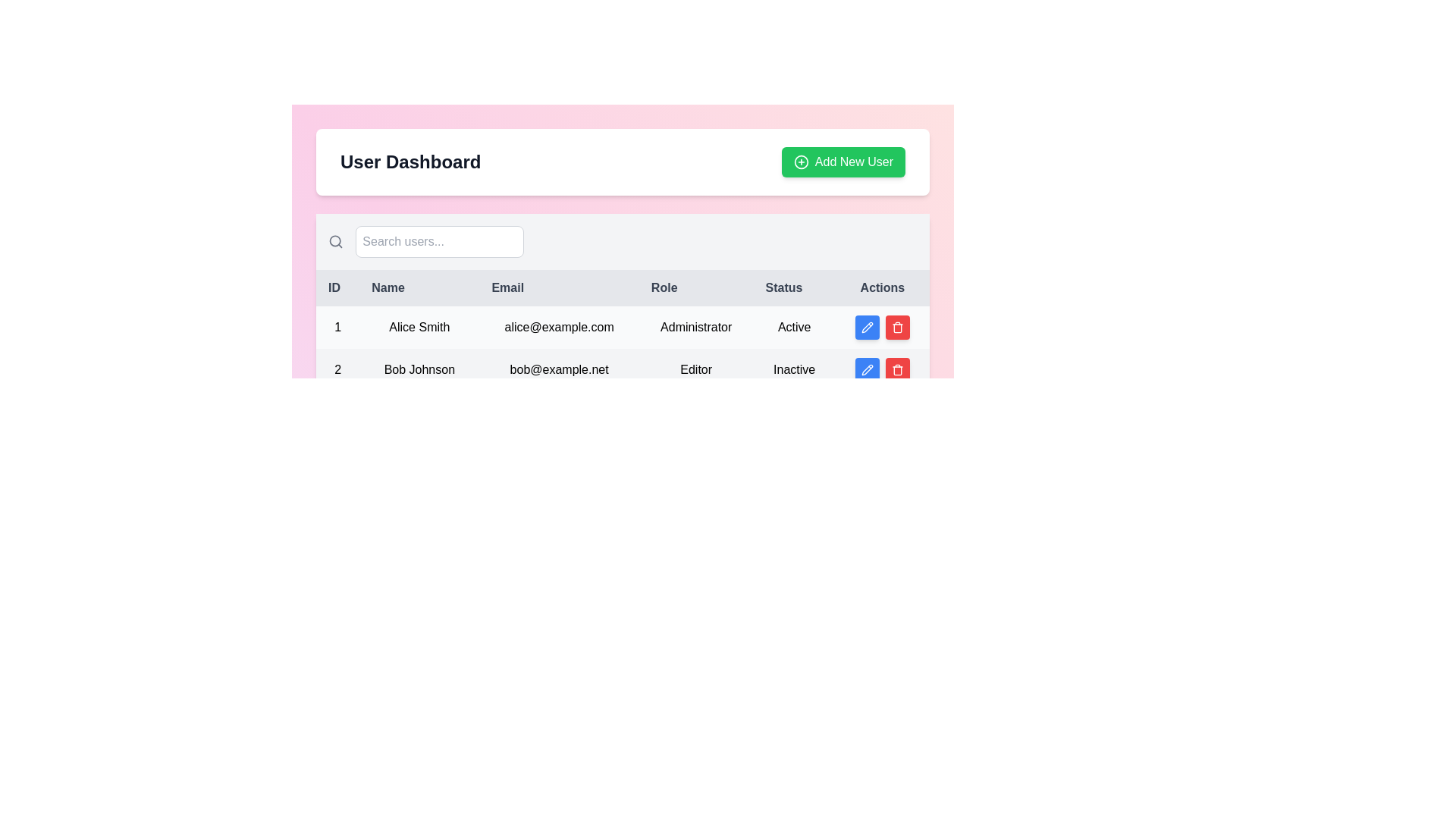  Describe the element at coordinates (882, 288) in the screenshot. I see `'Actions' text label, which is a header for the 'Actions' column in a table-like structure, located at the top of the column to the right of the 'Status' column` at that location.